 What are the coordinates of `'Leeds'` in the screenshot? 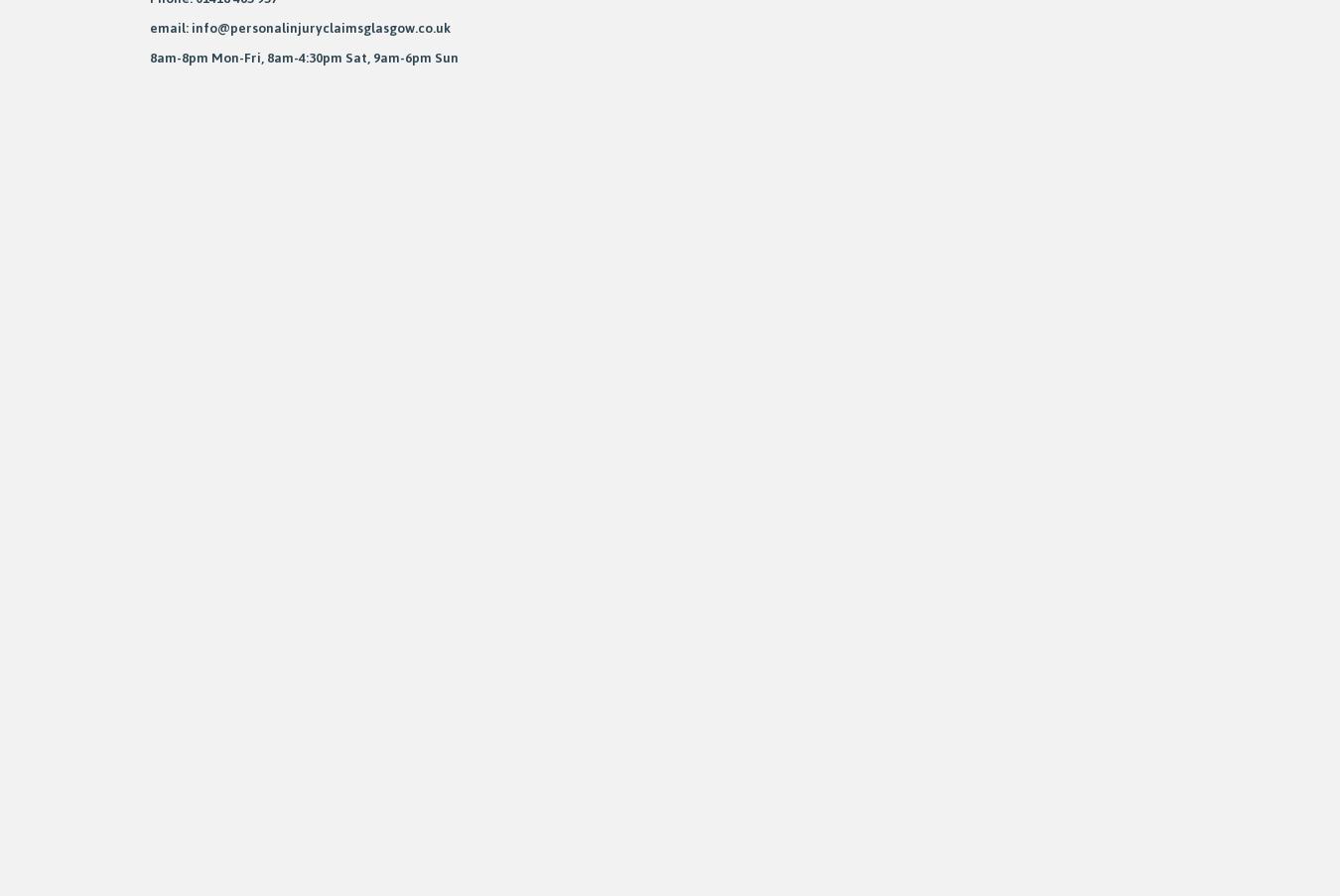 It's located at (150, 361).